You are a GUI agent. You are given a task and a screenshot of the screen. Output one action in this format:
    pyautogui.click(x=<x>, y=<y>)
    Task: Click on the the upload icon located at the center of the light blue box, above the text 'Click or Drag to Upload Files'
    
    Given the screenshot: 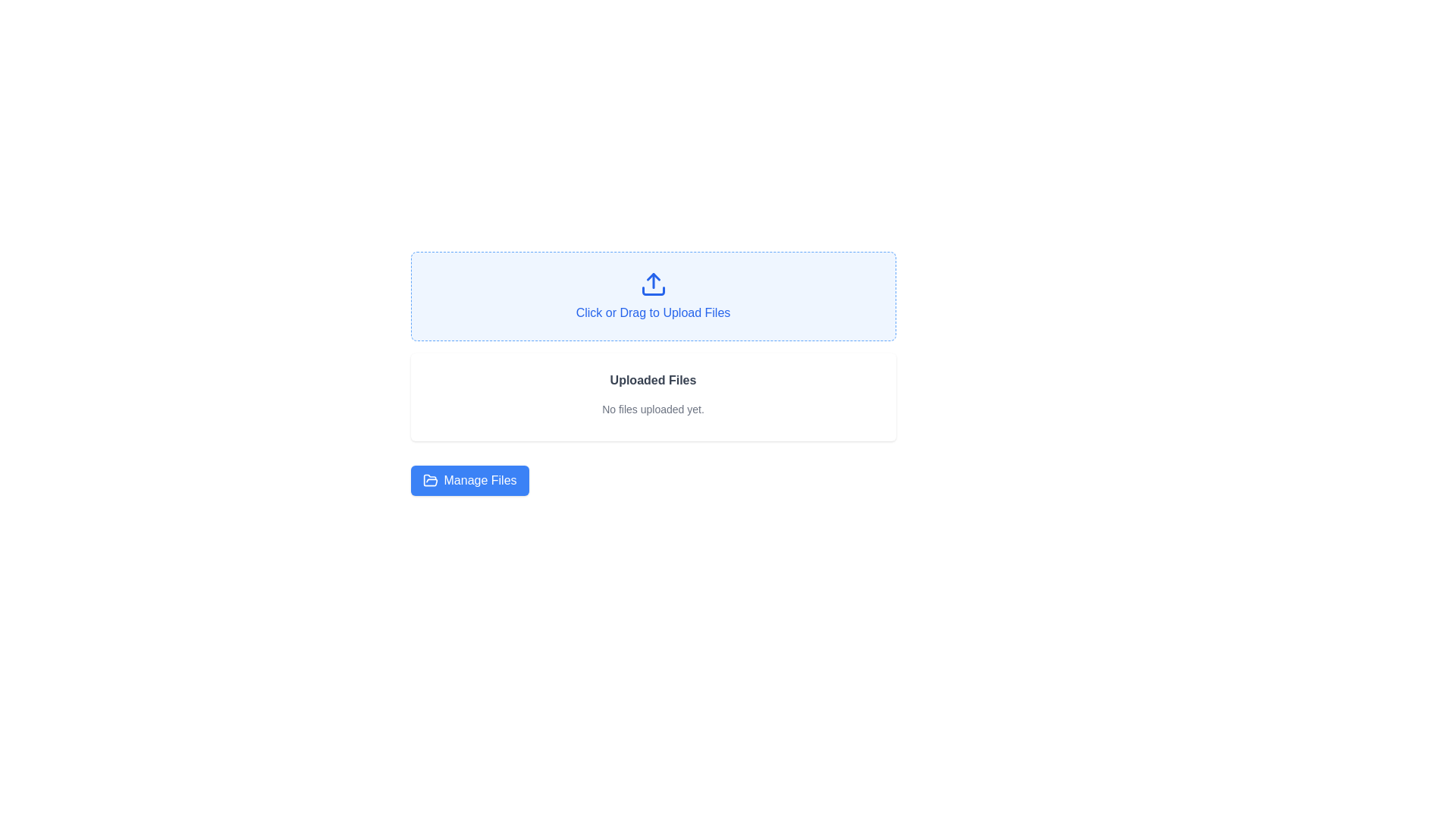 What is the action you would take?
    pyautogui.click(x=653, y=284)
    